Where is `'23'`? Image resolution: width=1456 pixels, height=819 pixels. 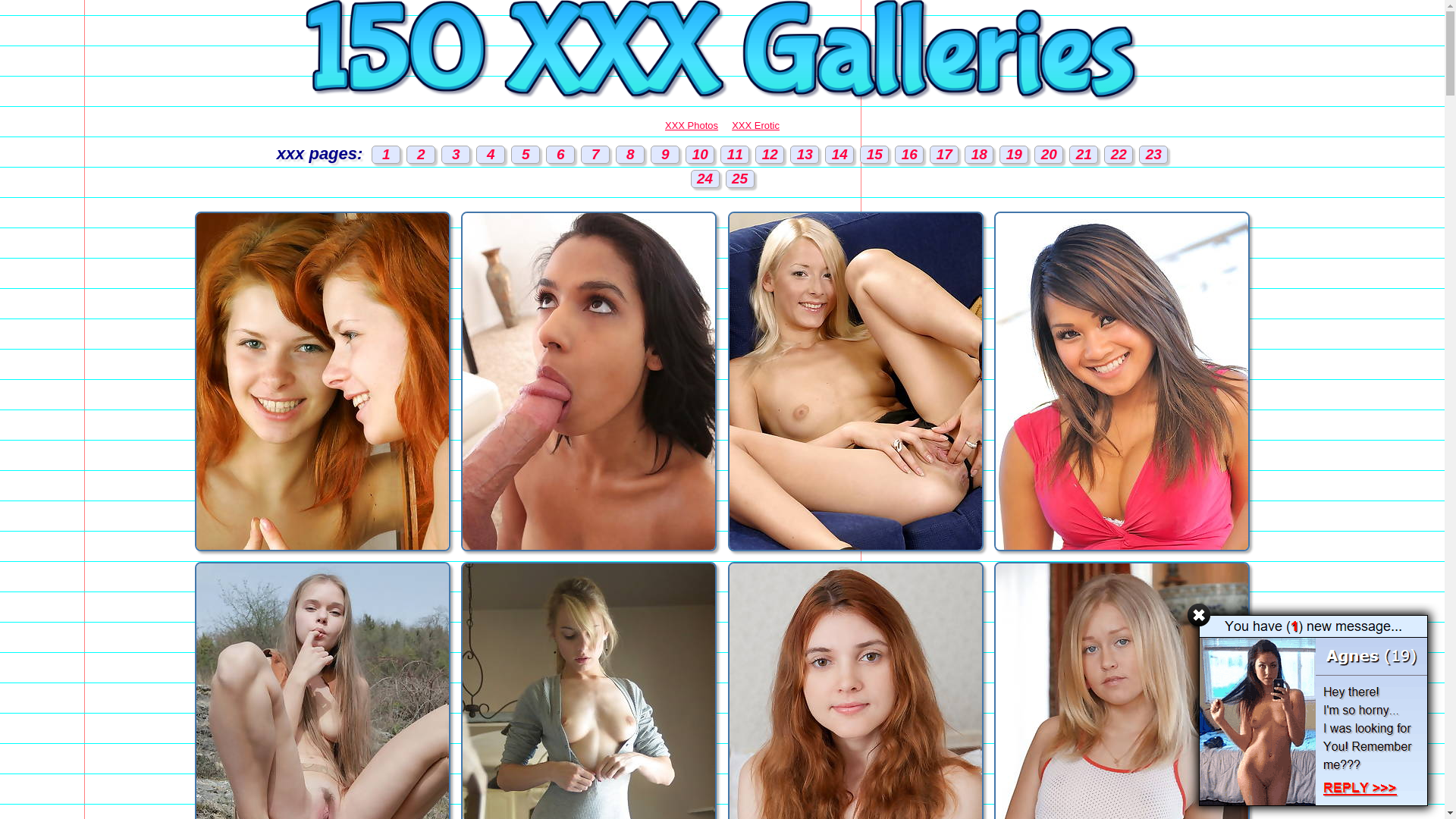 '23' is located at coordinates (1153, 155).